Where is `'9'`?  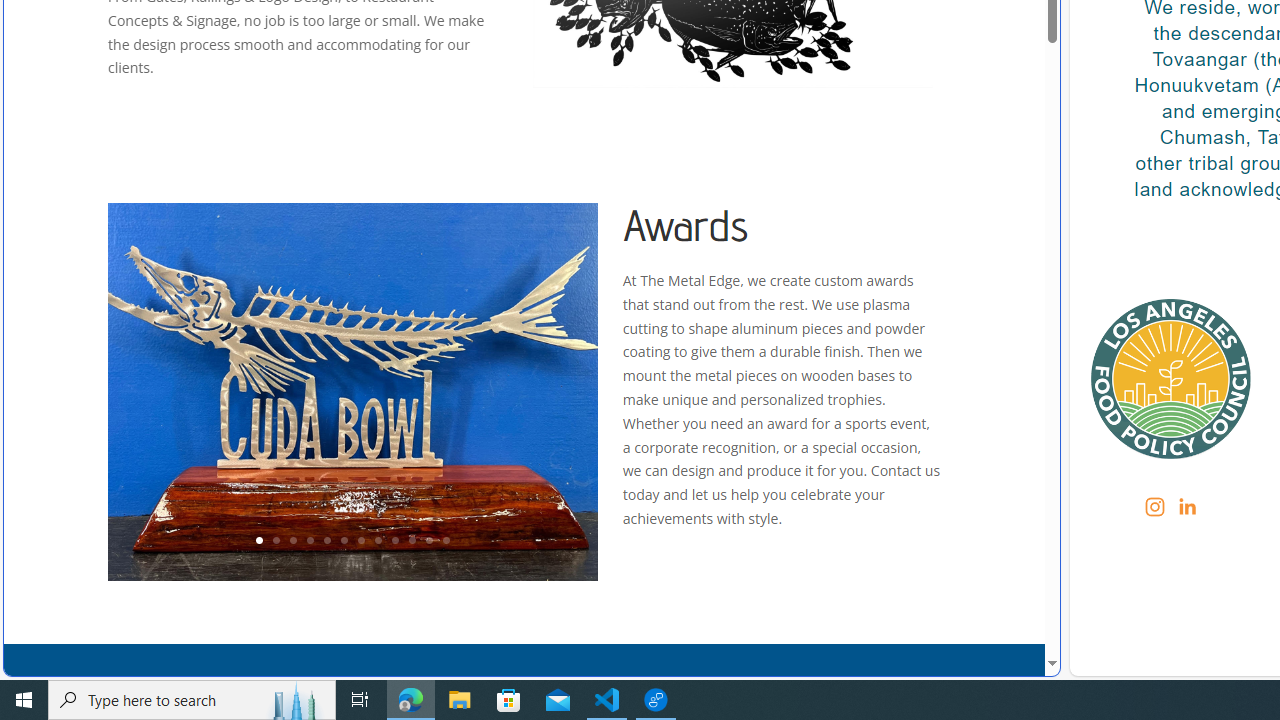 '9' is located at coordinates (394, 541).